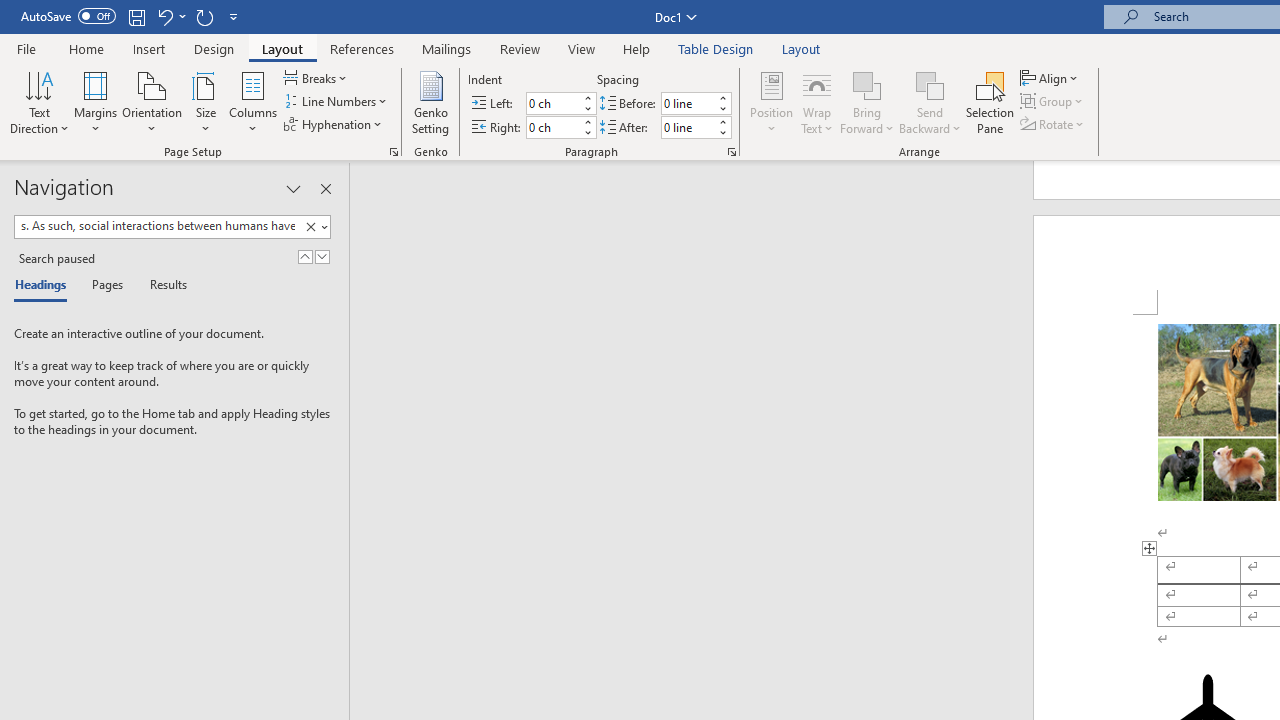 This screenshot has height=720, width=1280. Describe the element at coordinates (552, 103) in the screenshot. I see `'Indent Left'` at that location.